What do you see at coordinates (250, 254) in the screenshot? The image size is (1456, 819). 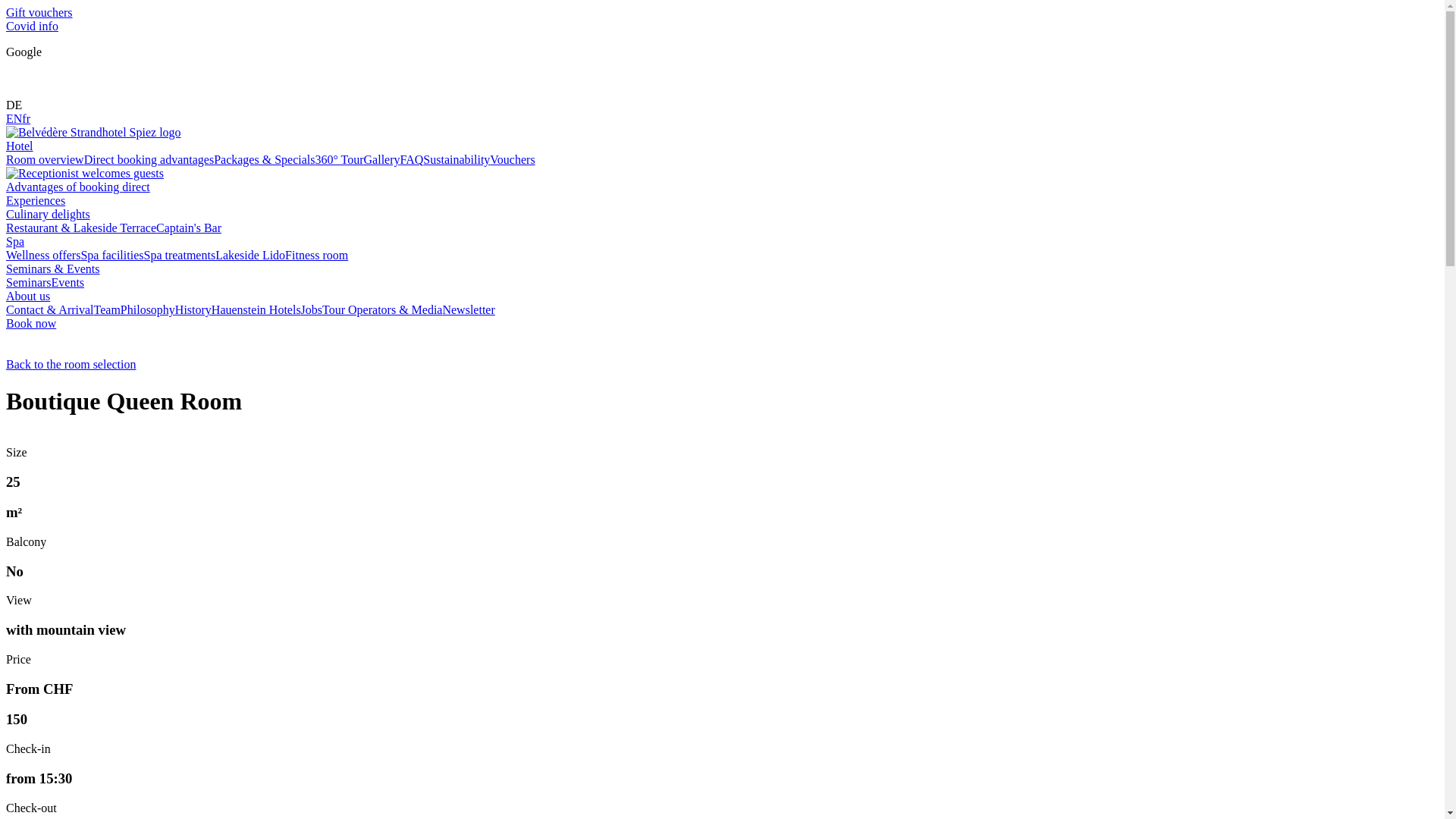 I see `'Lakeside Lido'` at bounding box center [250, 254].